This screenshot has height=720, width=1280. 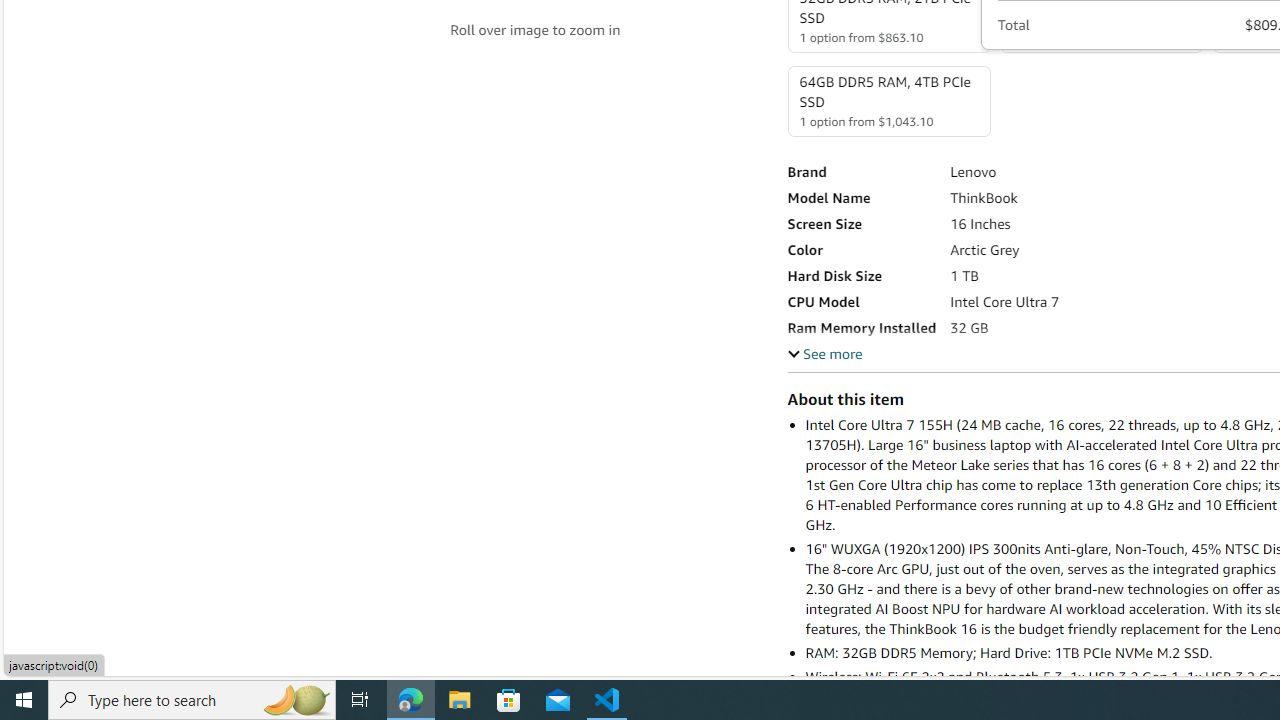 What do you see at coordinates (887, 101) in the screenshot?
I see `'64GB DDR5 RAM, 4TB PCIe SSD 1 option from $1,043.10'` at bounding box center [887, 101].